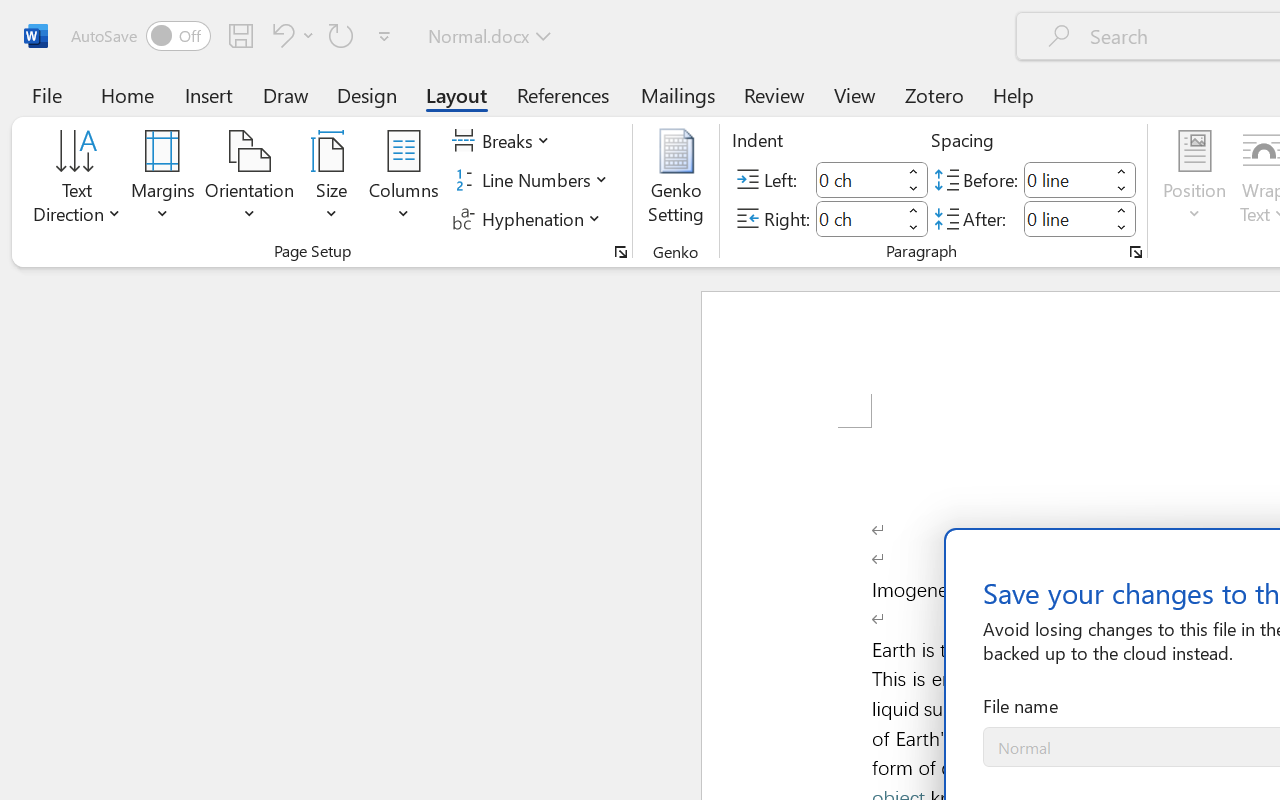  What do you see at coordinates (620, 251) in the screenshot?
I see `'Page Setup...'` at bounding box center [620, 251].